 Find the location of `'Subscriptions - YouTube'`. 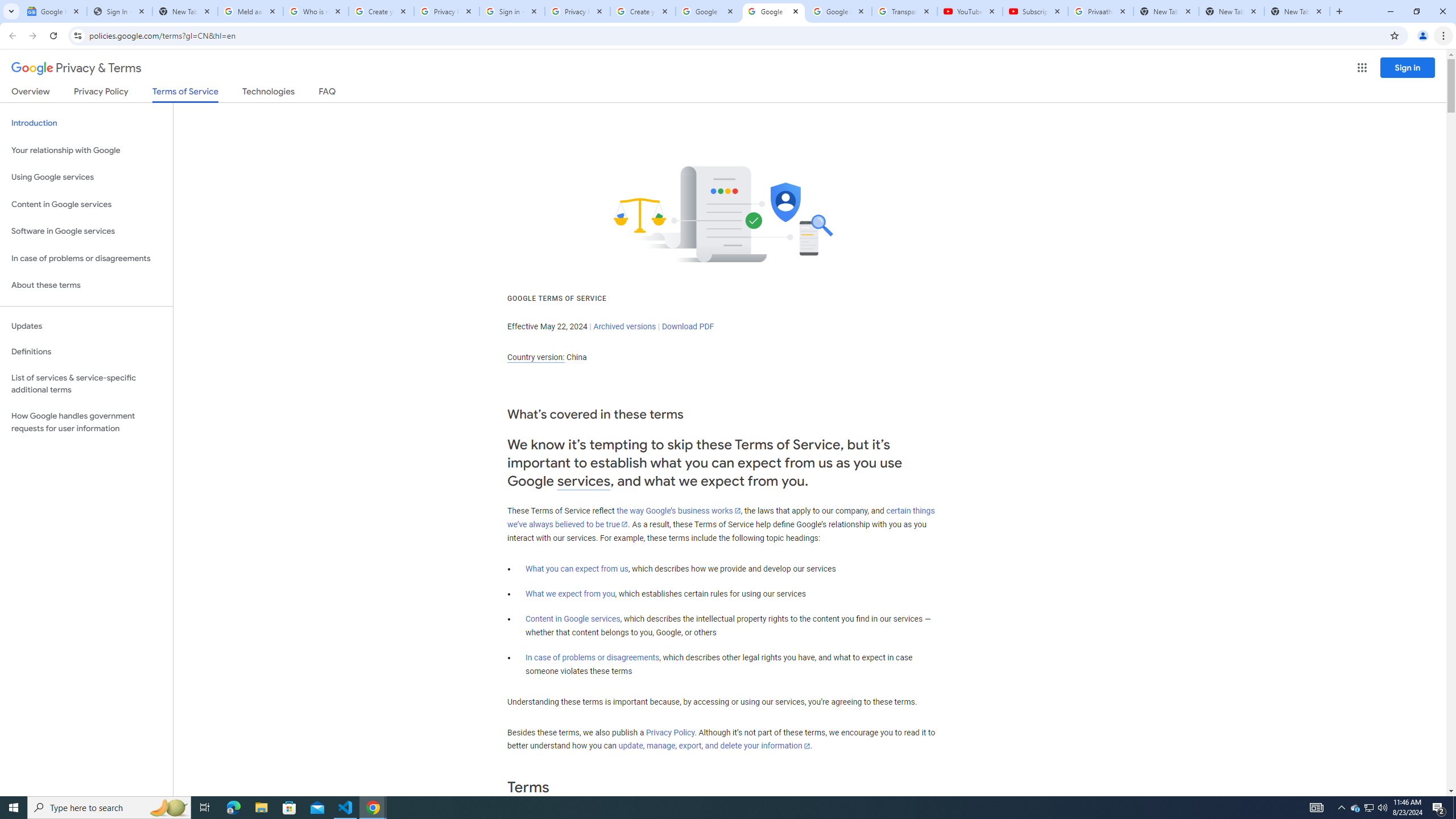

'Subscriptions - YouTube' is located at coordinates (1035, 11).